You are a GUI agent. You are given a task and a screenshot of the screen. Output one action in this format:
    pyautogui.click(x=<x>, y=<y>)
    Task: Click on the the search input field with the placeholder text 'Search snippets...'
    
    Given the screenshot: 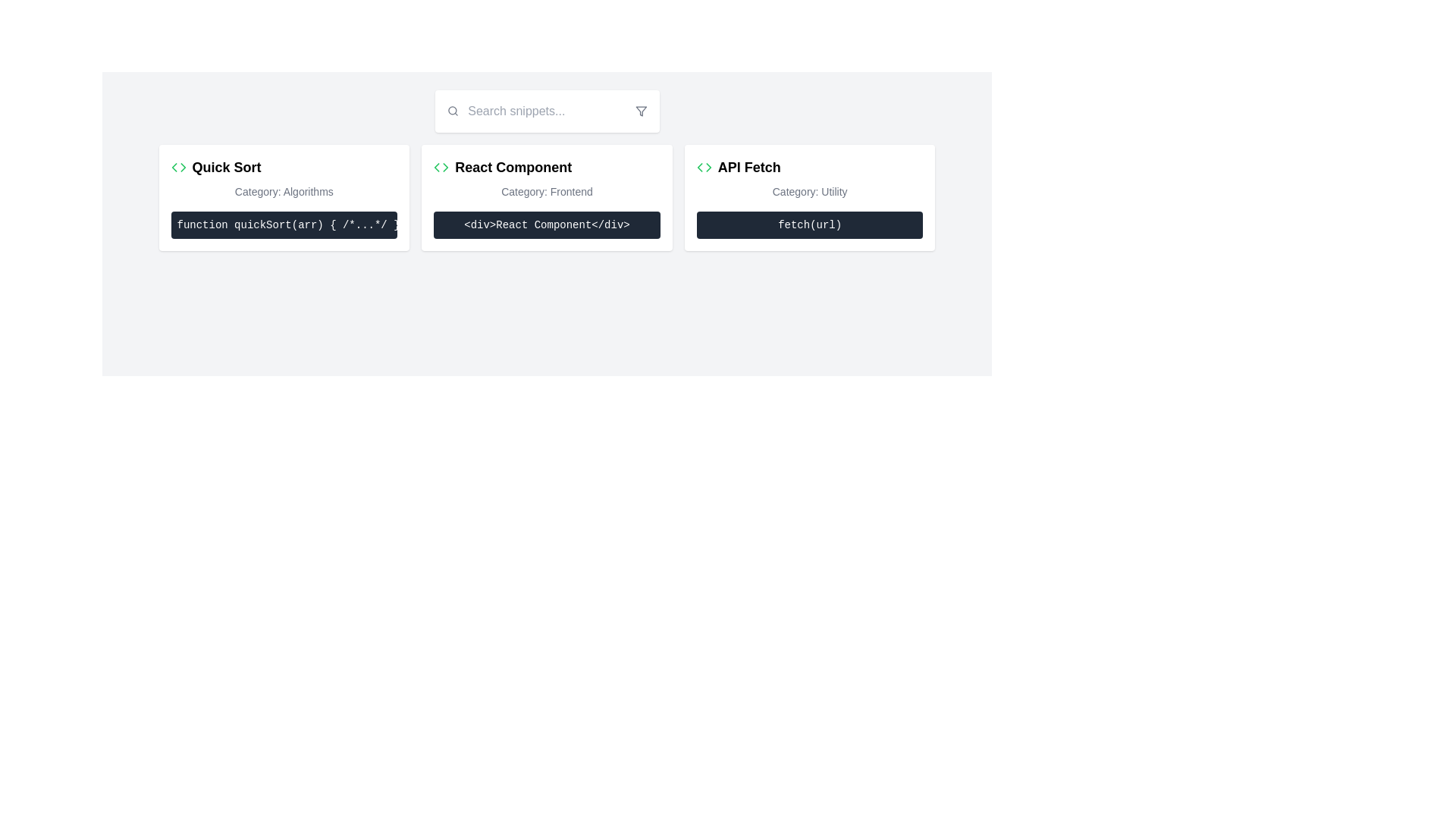 What is the action you would take?
    pyautogui.click(x=546, y=110)
    